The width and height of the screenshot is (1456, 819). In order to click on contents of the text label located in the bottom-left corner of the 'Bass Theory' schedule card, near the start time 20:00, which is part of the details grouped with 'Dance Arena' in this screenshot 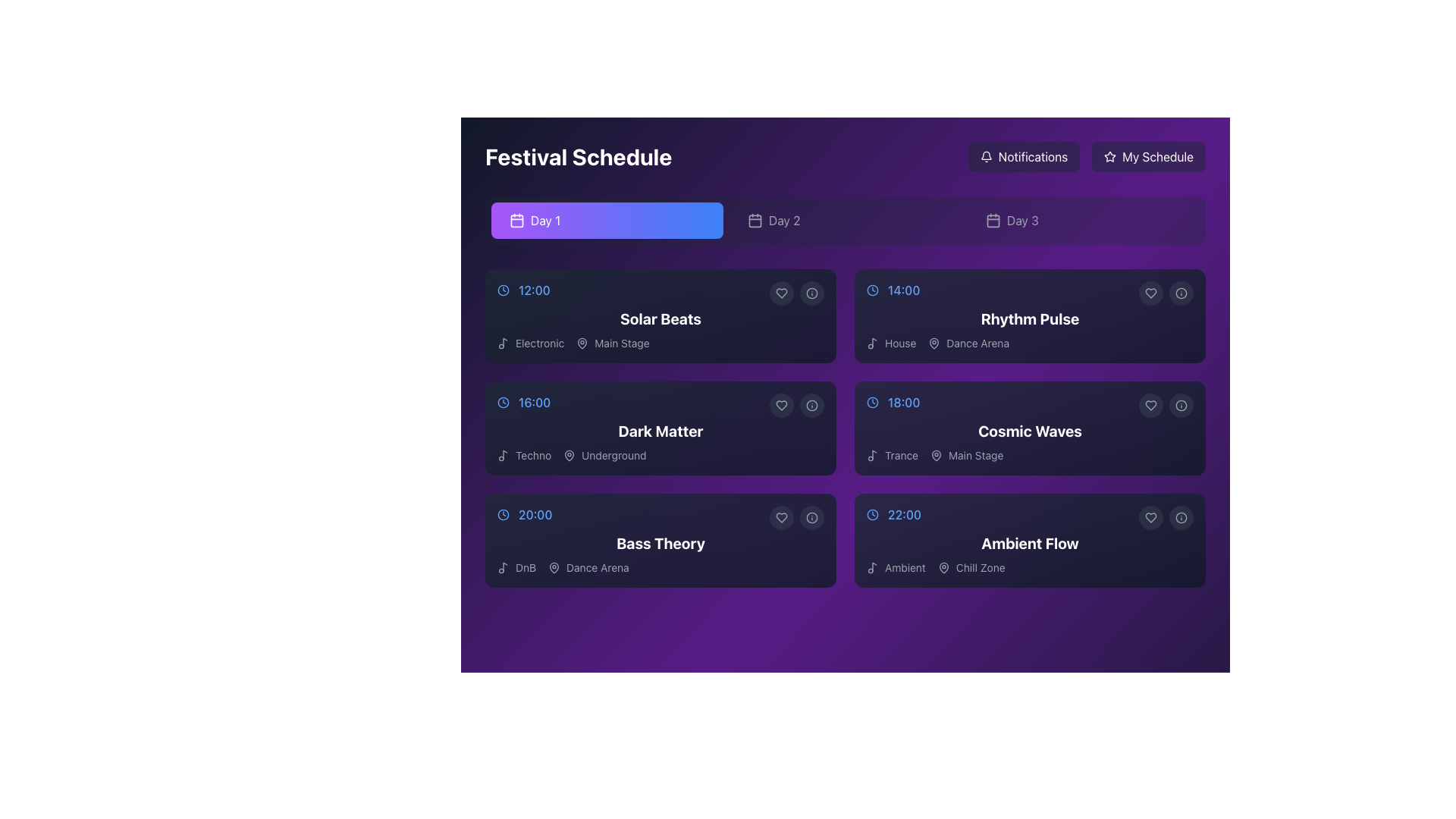, I will do `click(516, 567)`.